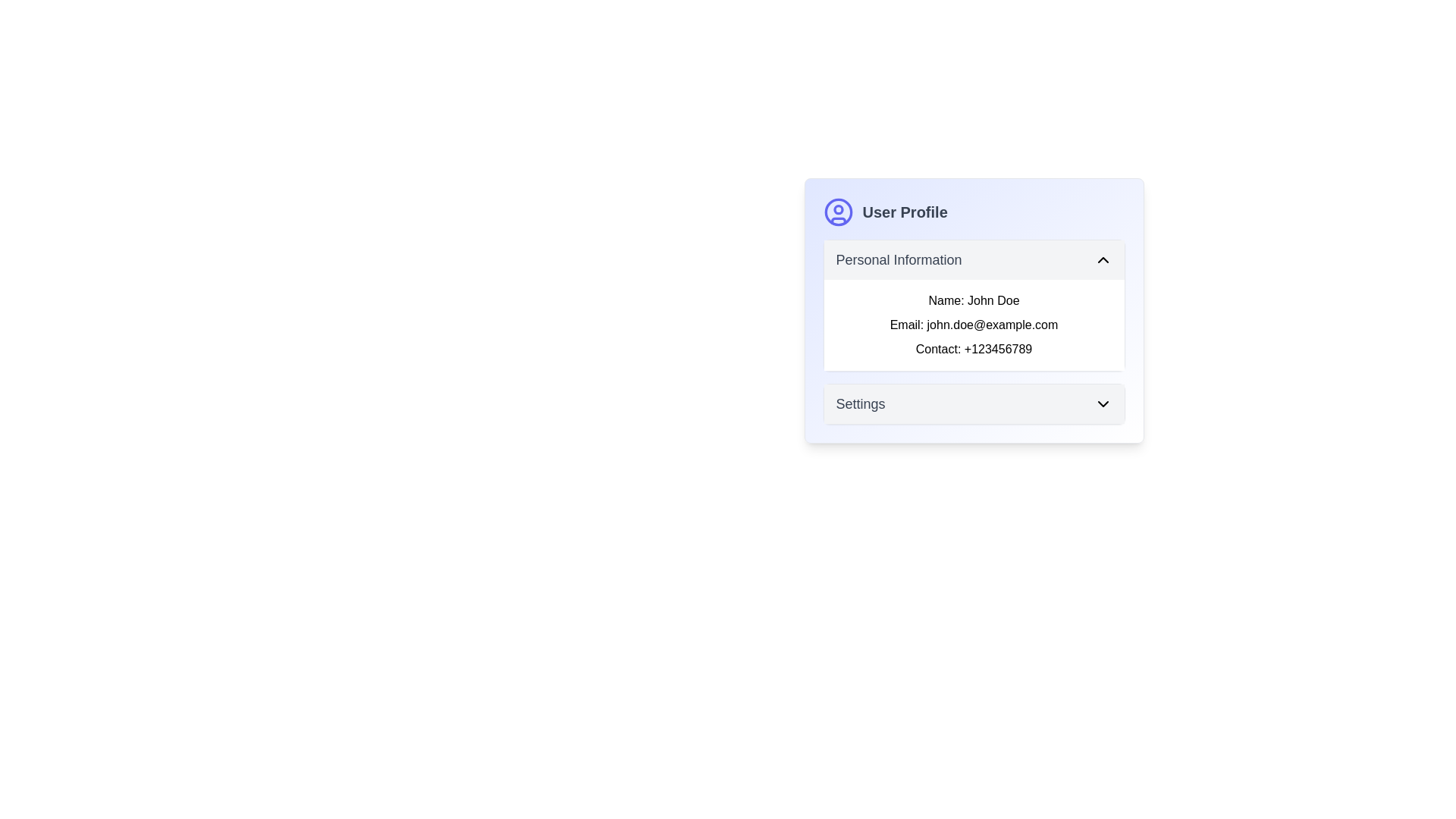 This screenshot has height=819, width=1456. I want to click on the text block containing the personal information of the user, which includes 'Name: John Doe', 'Email: john.doe@example.com', and 'Contact: +123456789'. This text block is located below the 'Personal Information' heading in a user profile interface, so click(974, 324).